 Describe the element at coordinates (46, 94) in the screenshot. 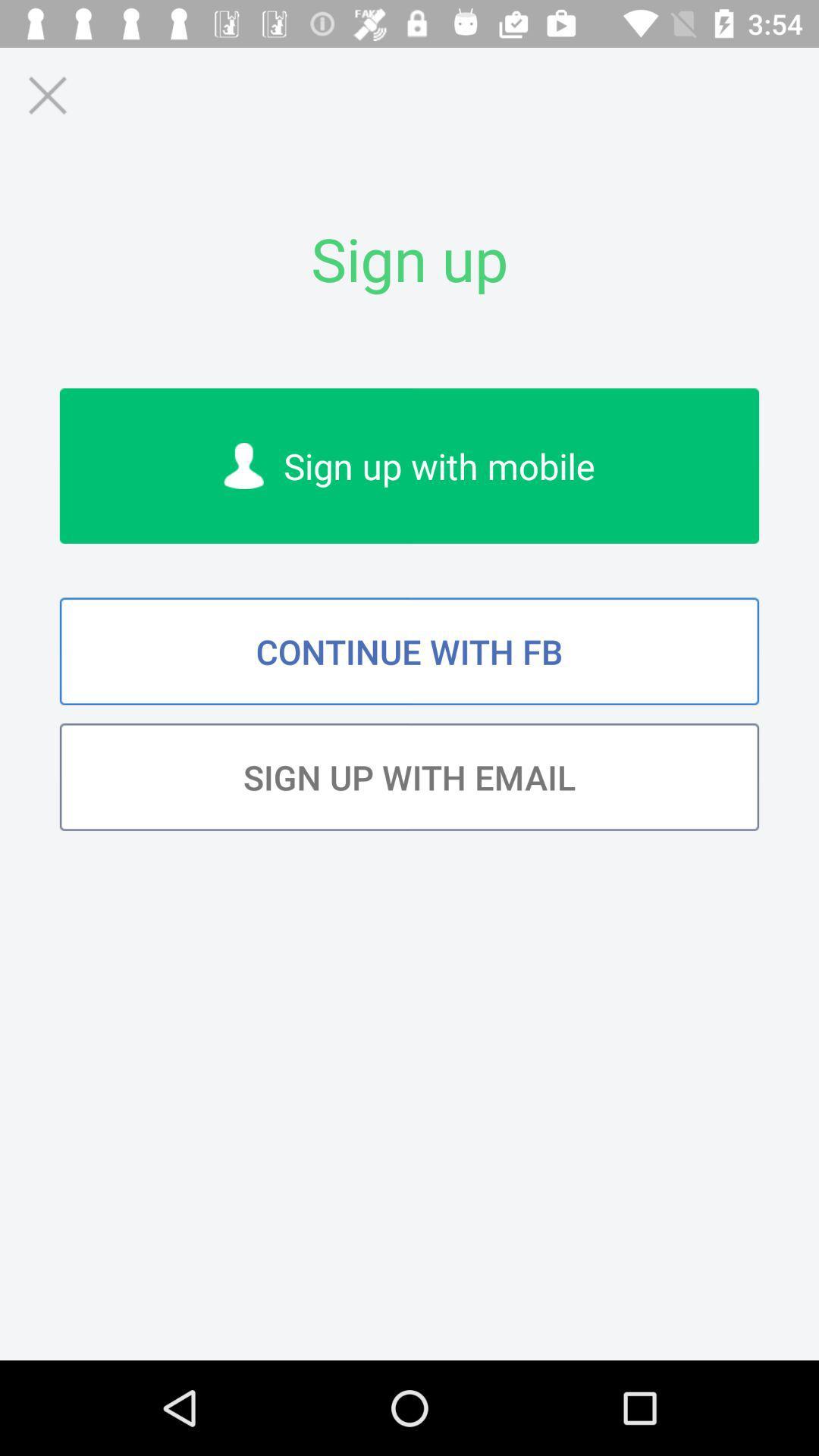

I see `page` at that location.